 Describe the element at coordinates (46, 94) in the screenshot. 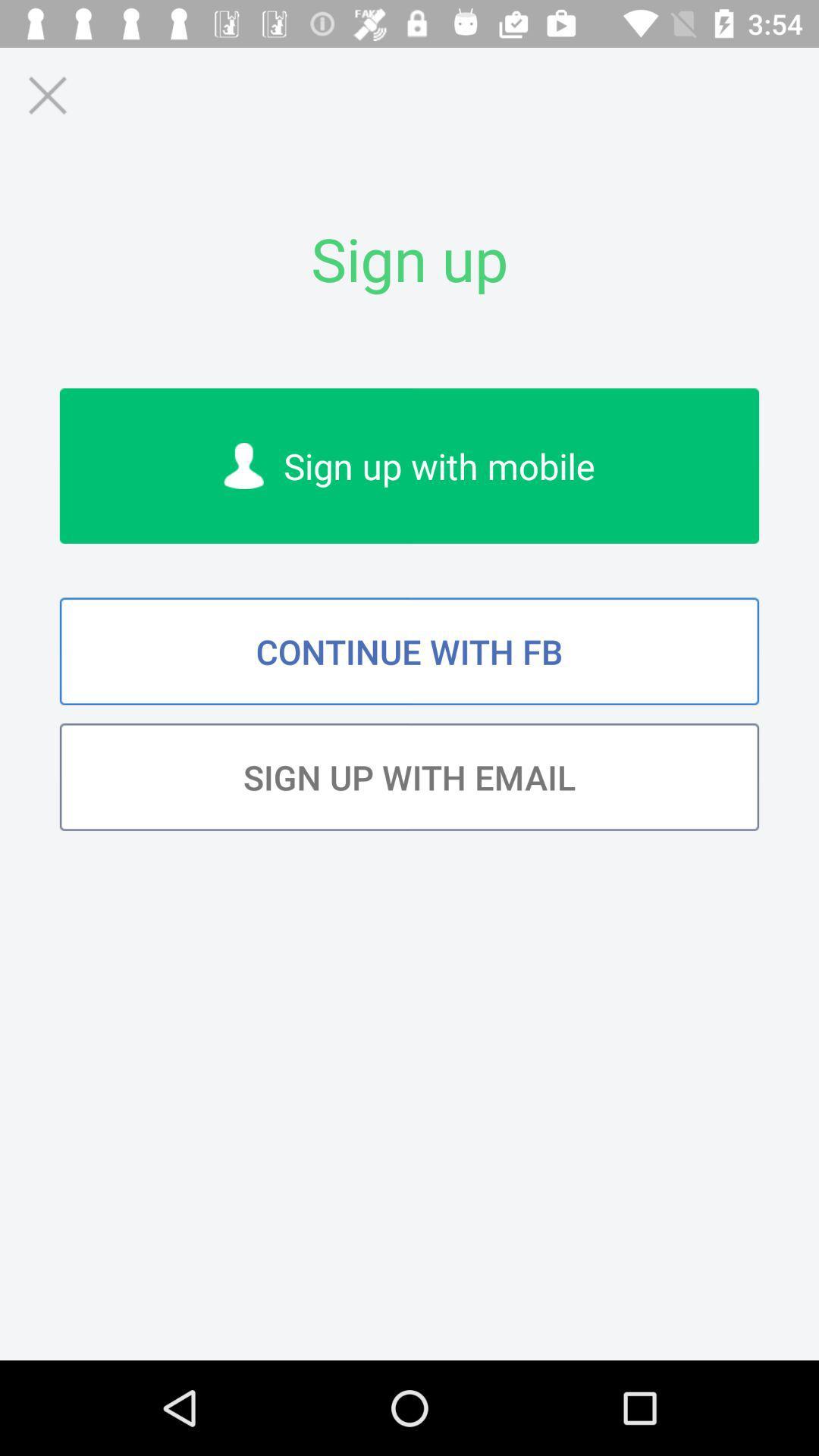

I see `page` at that location.